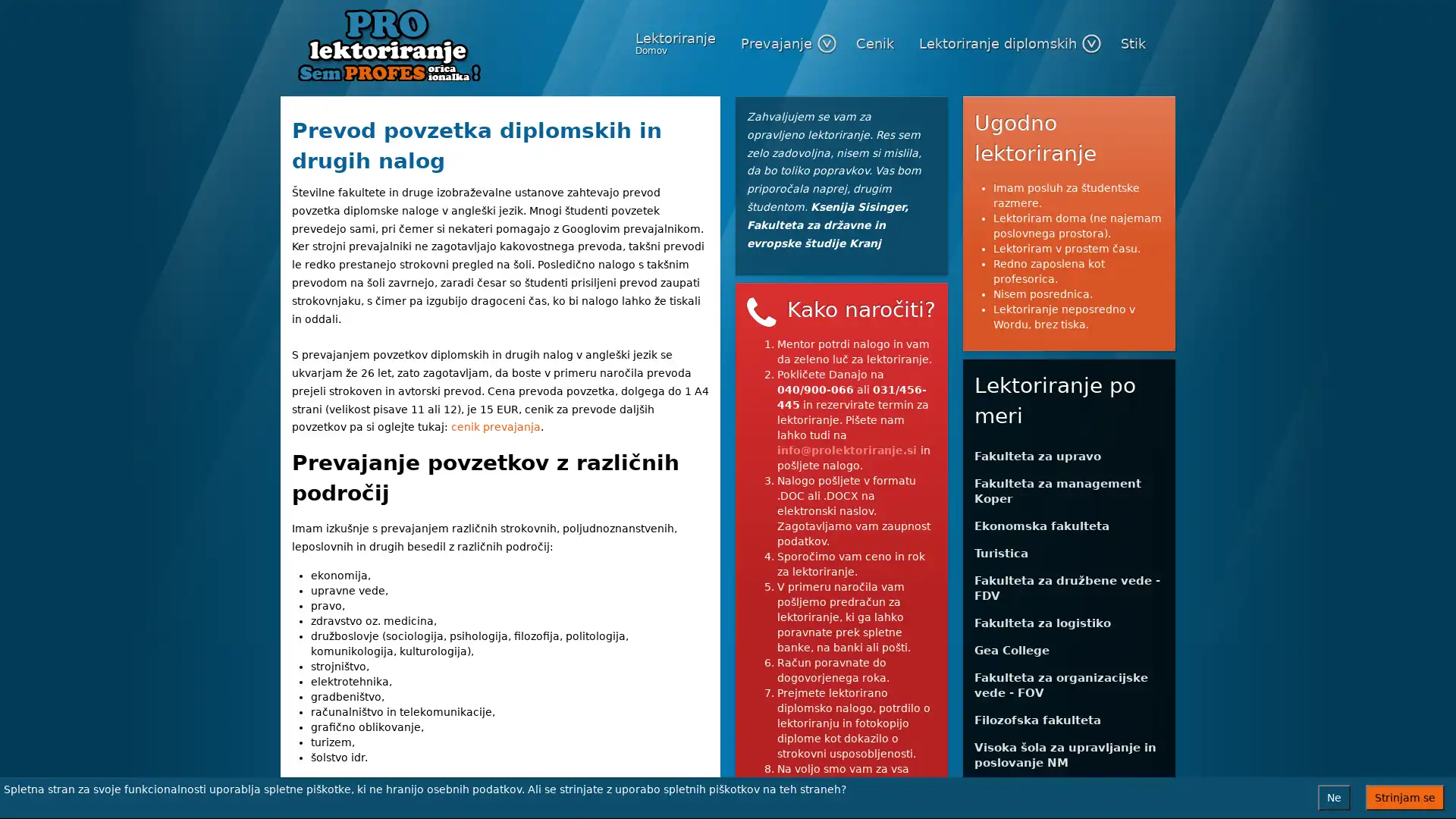 The width and height of the screenshot is (1456, 819). What do you see at coordinates (1333, 797) in the screenshot?
I see `Ne` at bounding box center [1333, 797].